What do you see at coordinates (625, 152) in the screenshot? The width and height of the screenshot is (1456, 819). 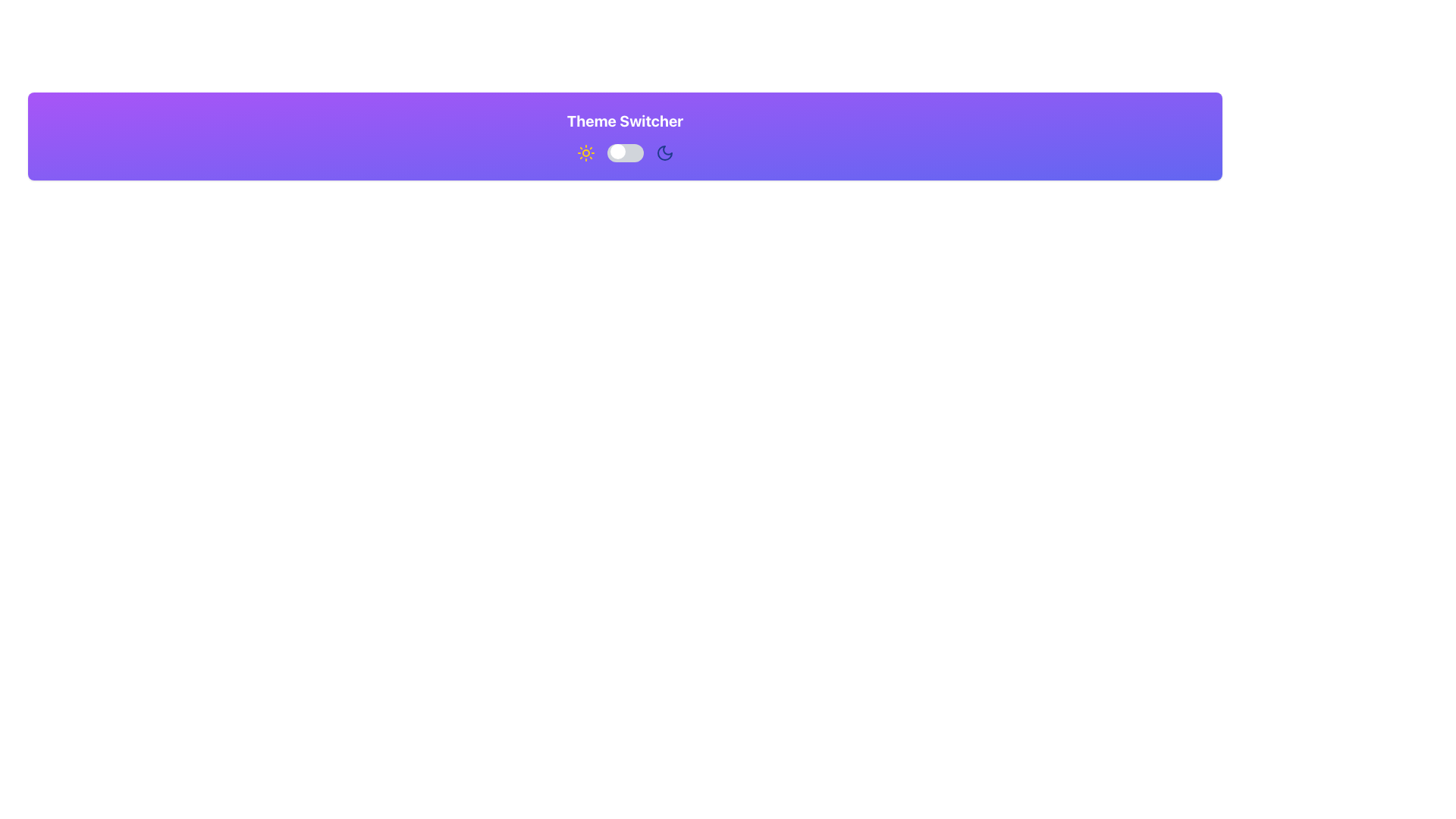 I see `the toggle switch for the theme switcher` at bounding box center [625, 152].